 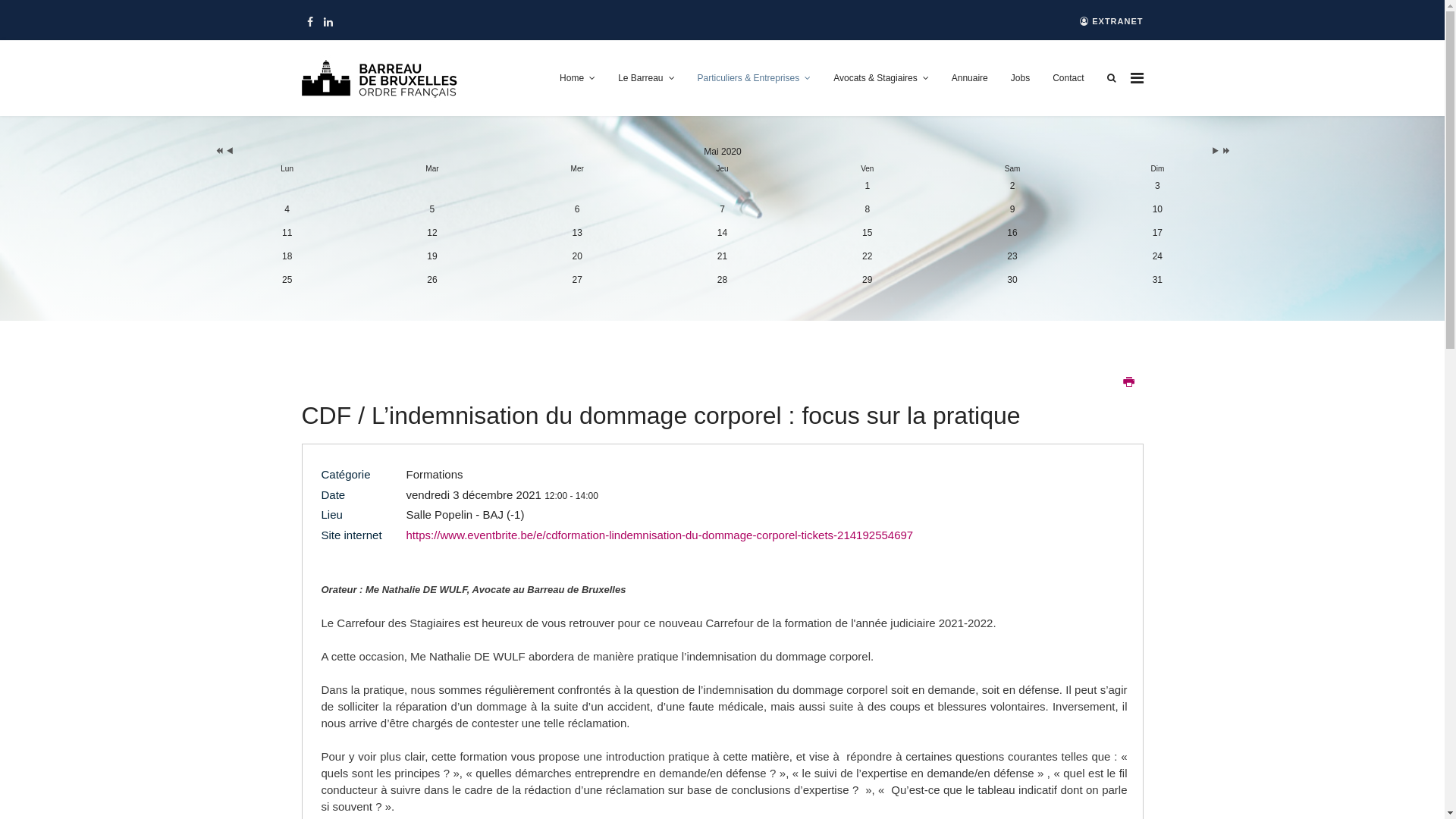 I want to click on 'Mois suivant', so click(x=1216, y=152).